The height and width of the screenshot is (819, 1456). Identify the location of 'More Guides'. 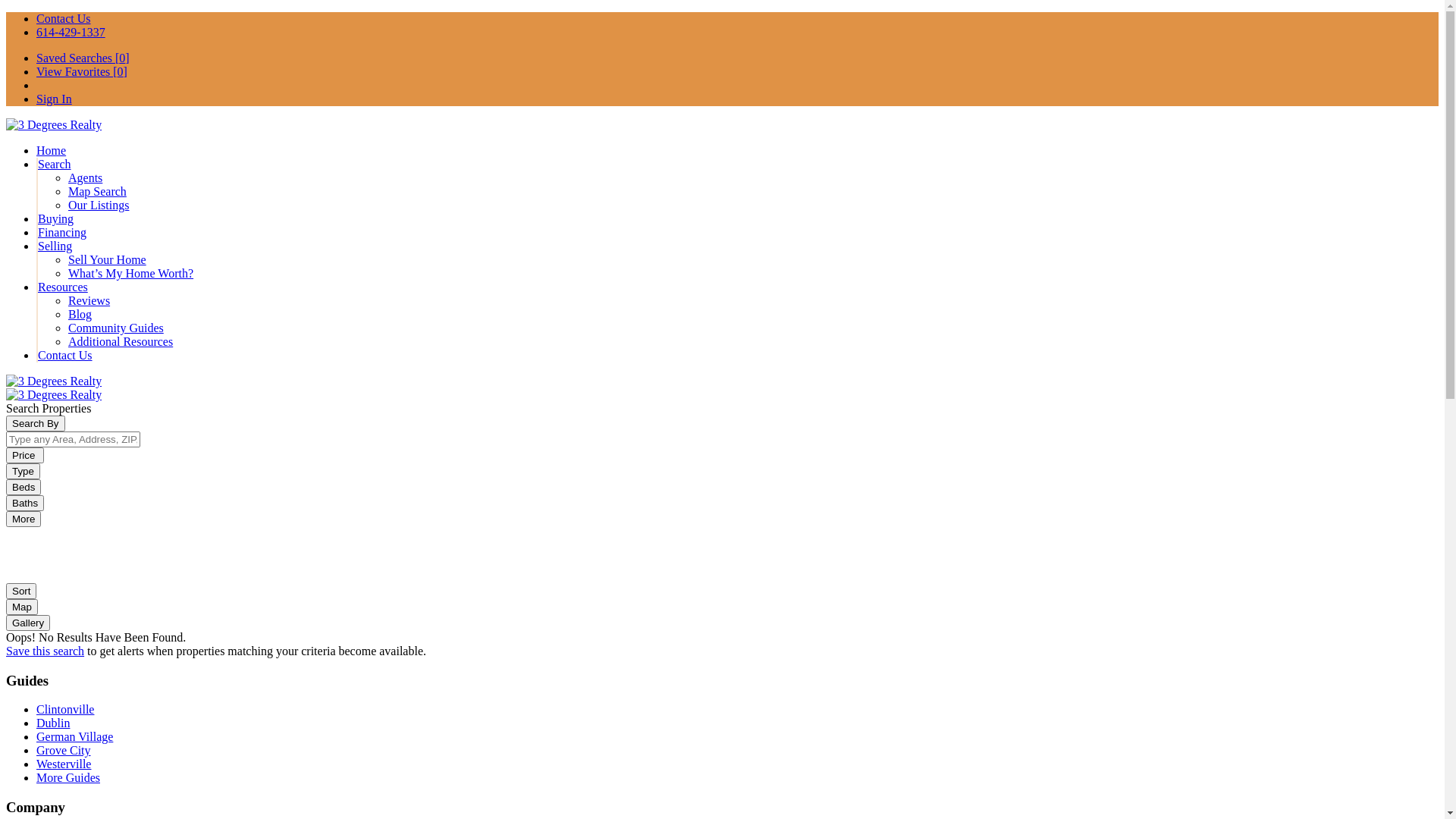
(36, 777).